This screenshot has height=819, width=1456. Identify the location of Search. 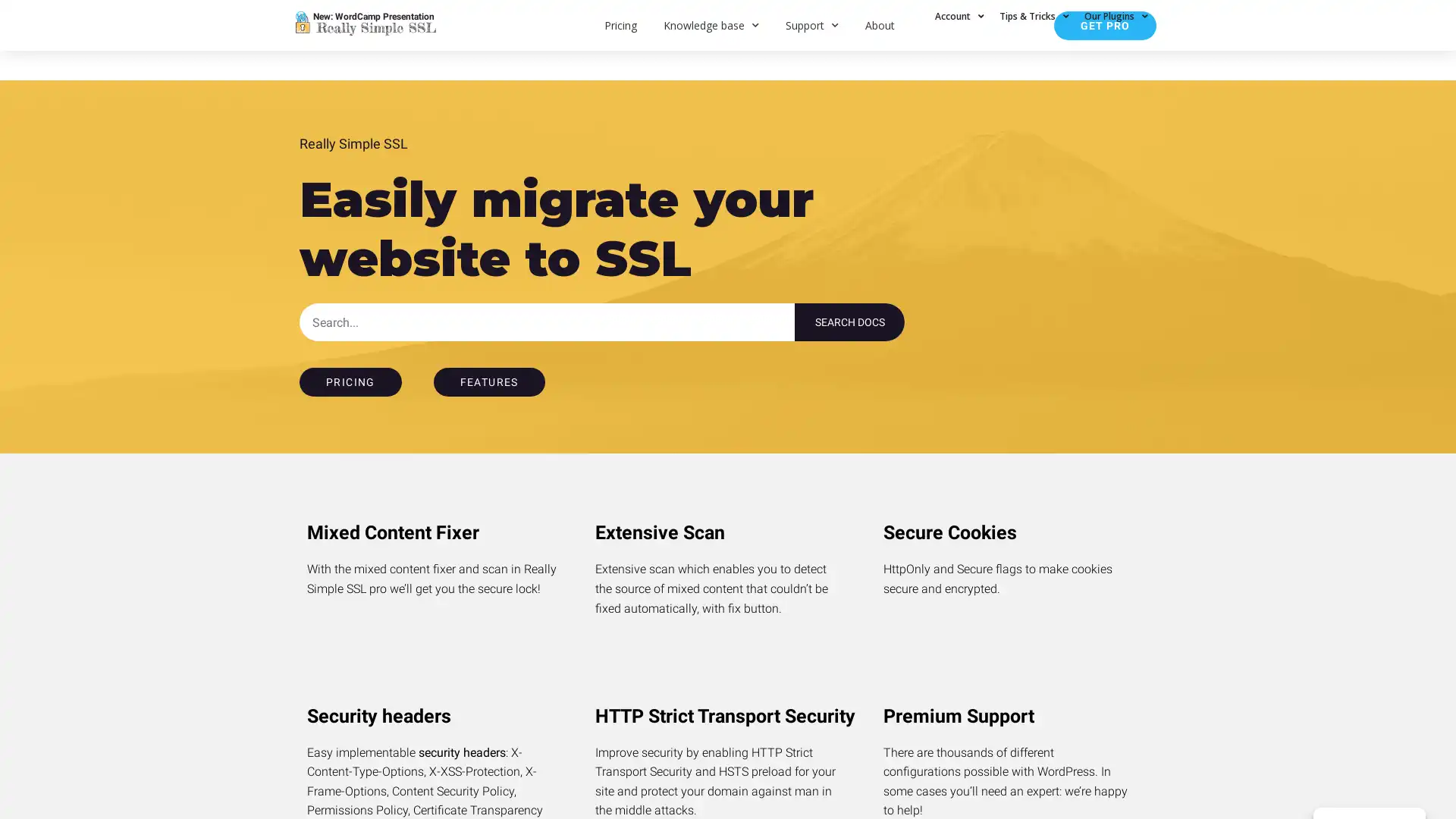
(849, 321).